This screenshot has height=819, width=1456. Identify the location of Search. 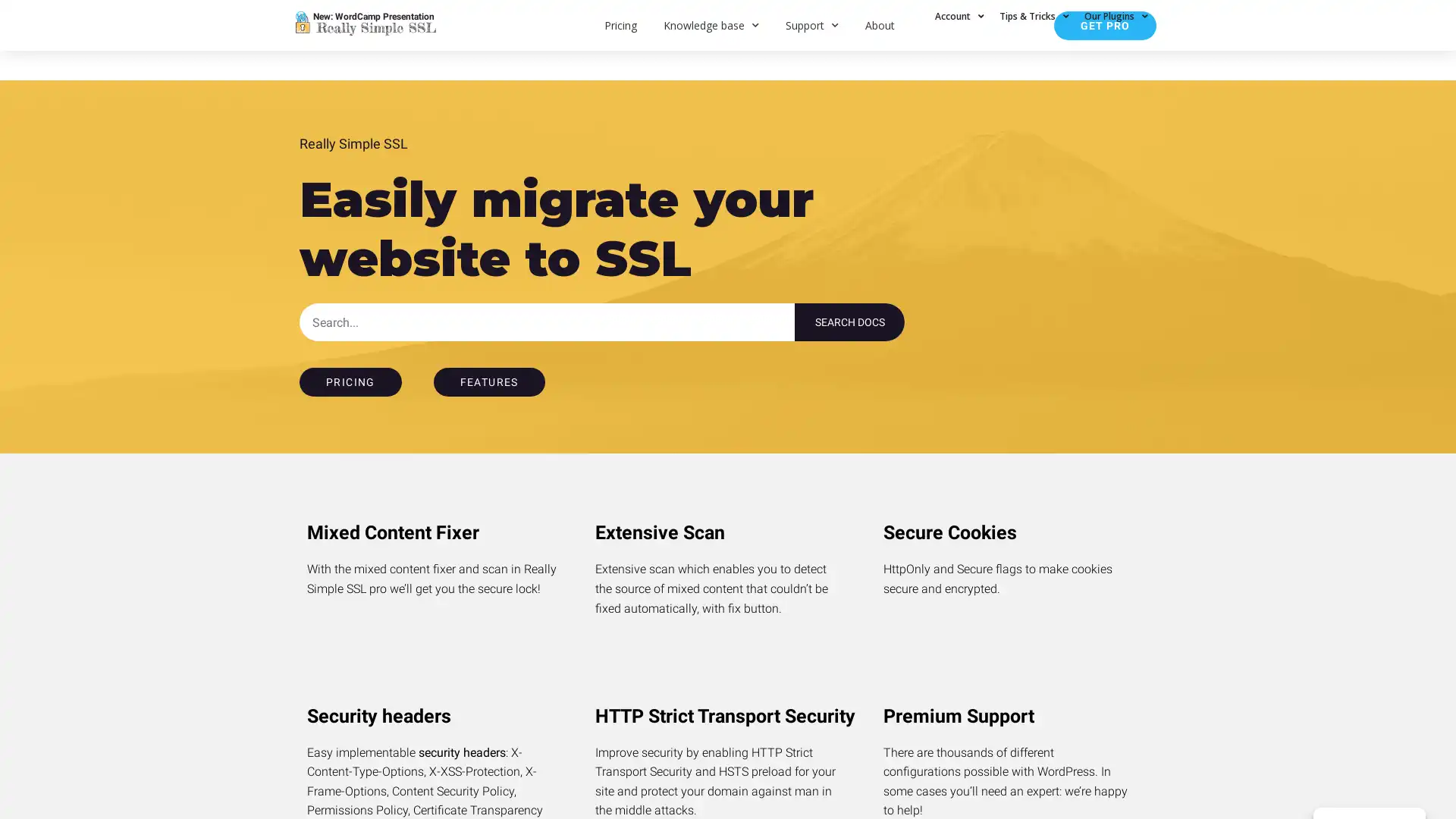
(849, 321).